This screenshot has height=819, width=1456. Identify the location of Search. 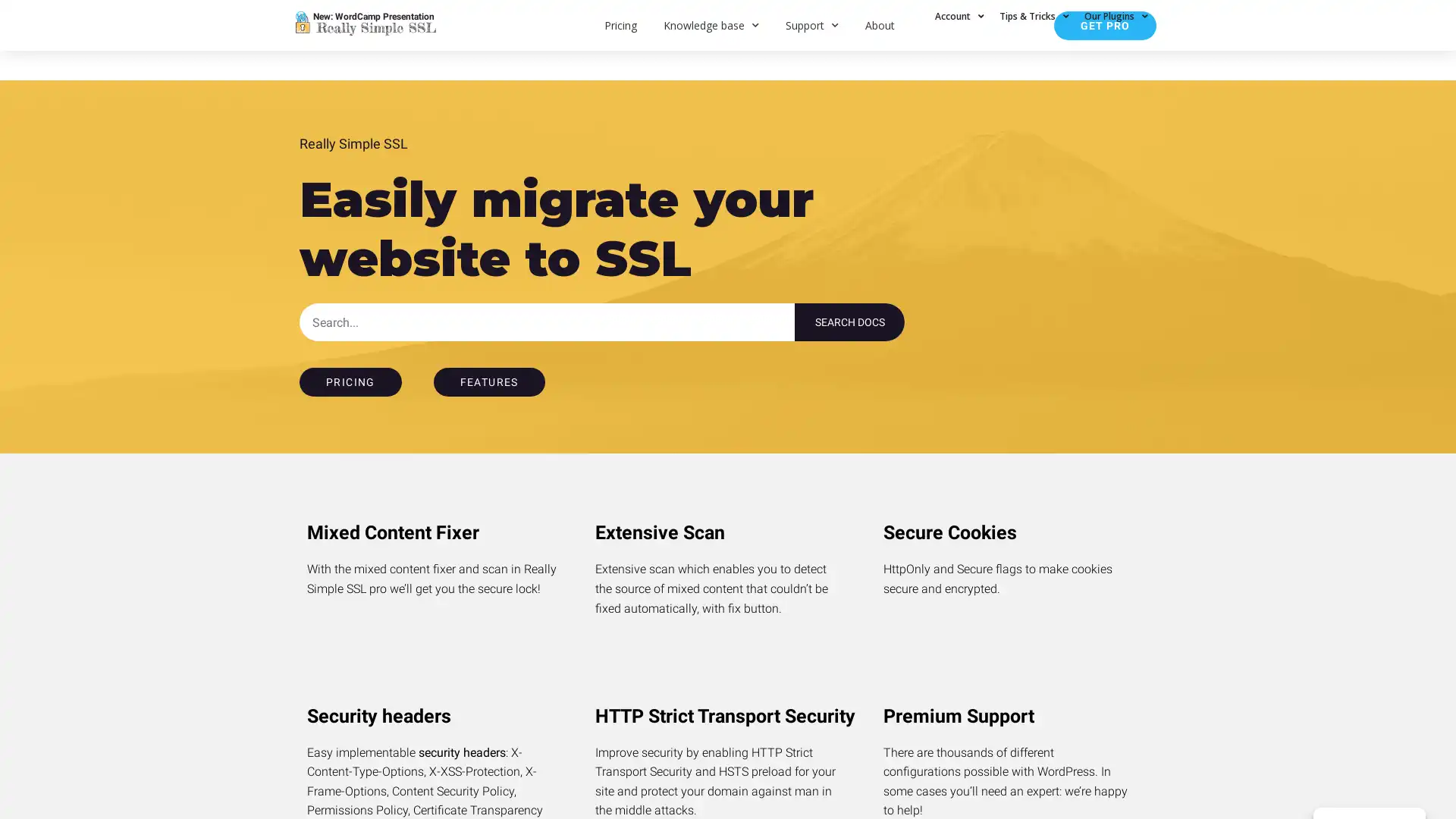
(849, 321).